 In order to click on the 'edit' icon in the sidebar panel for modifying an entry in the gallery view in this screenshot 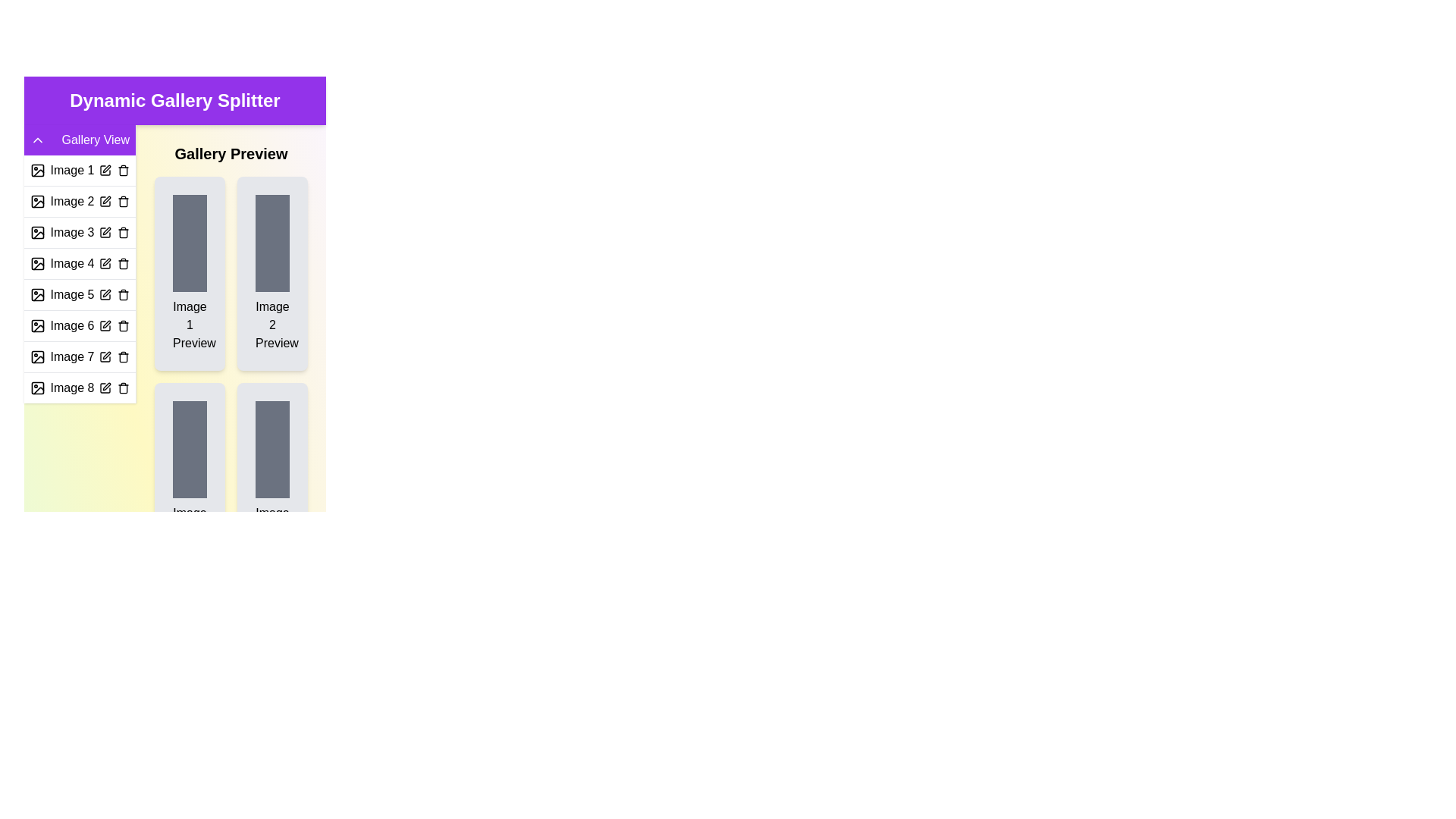, I will do `click(79, 263)`.